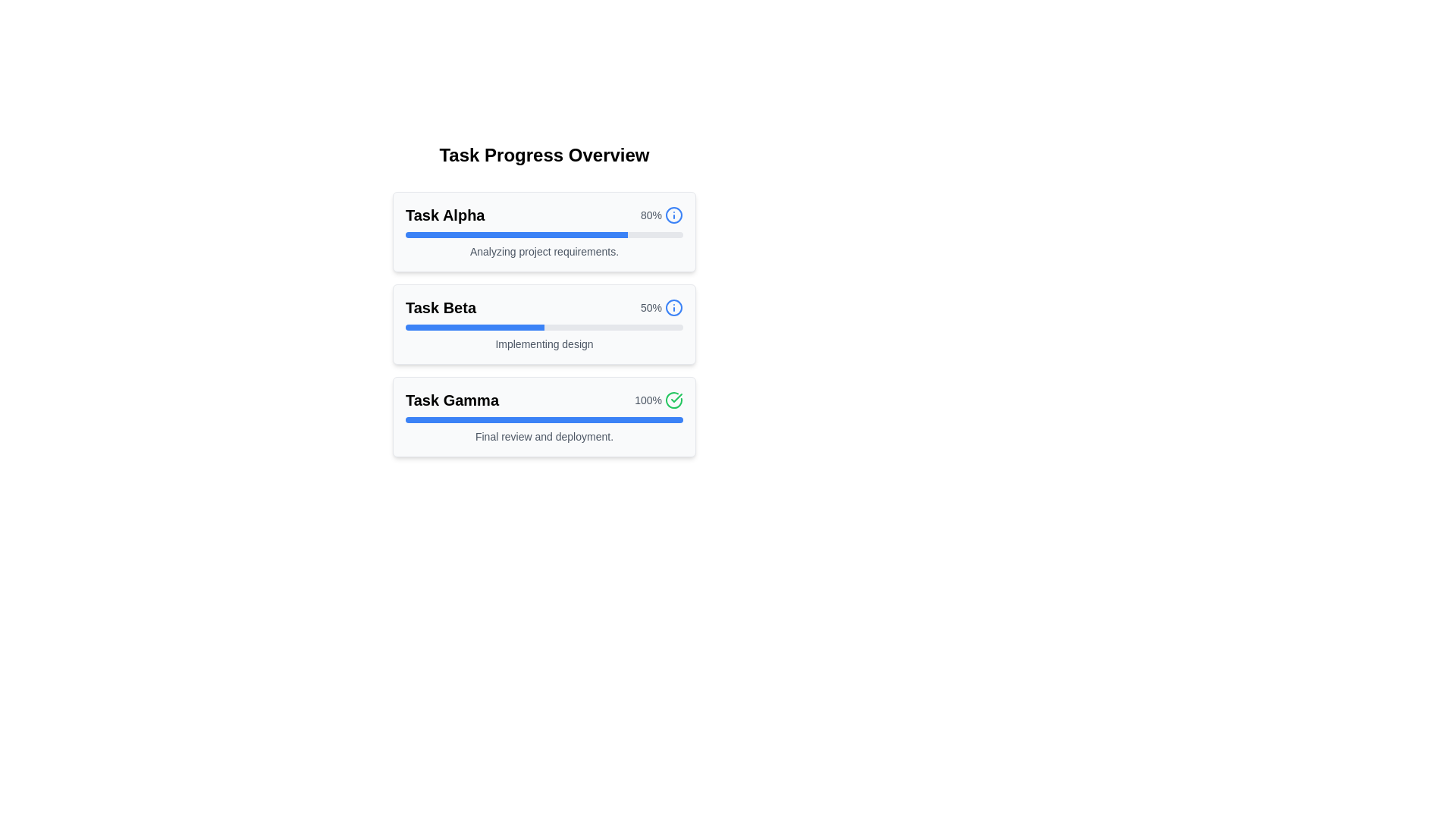 The image size is (1456, 819). What do you see at coordinates (544, 420) in the screenshot?
I see `the horizontal progress bar located within the card labeled 'Task Gamma', which is styled with a light gray background and rounded edges, positioned below the title and percentage indicators` at bounding box center [544, 420].